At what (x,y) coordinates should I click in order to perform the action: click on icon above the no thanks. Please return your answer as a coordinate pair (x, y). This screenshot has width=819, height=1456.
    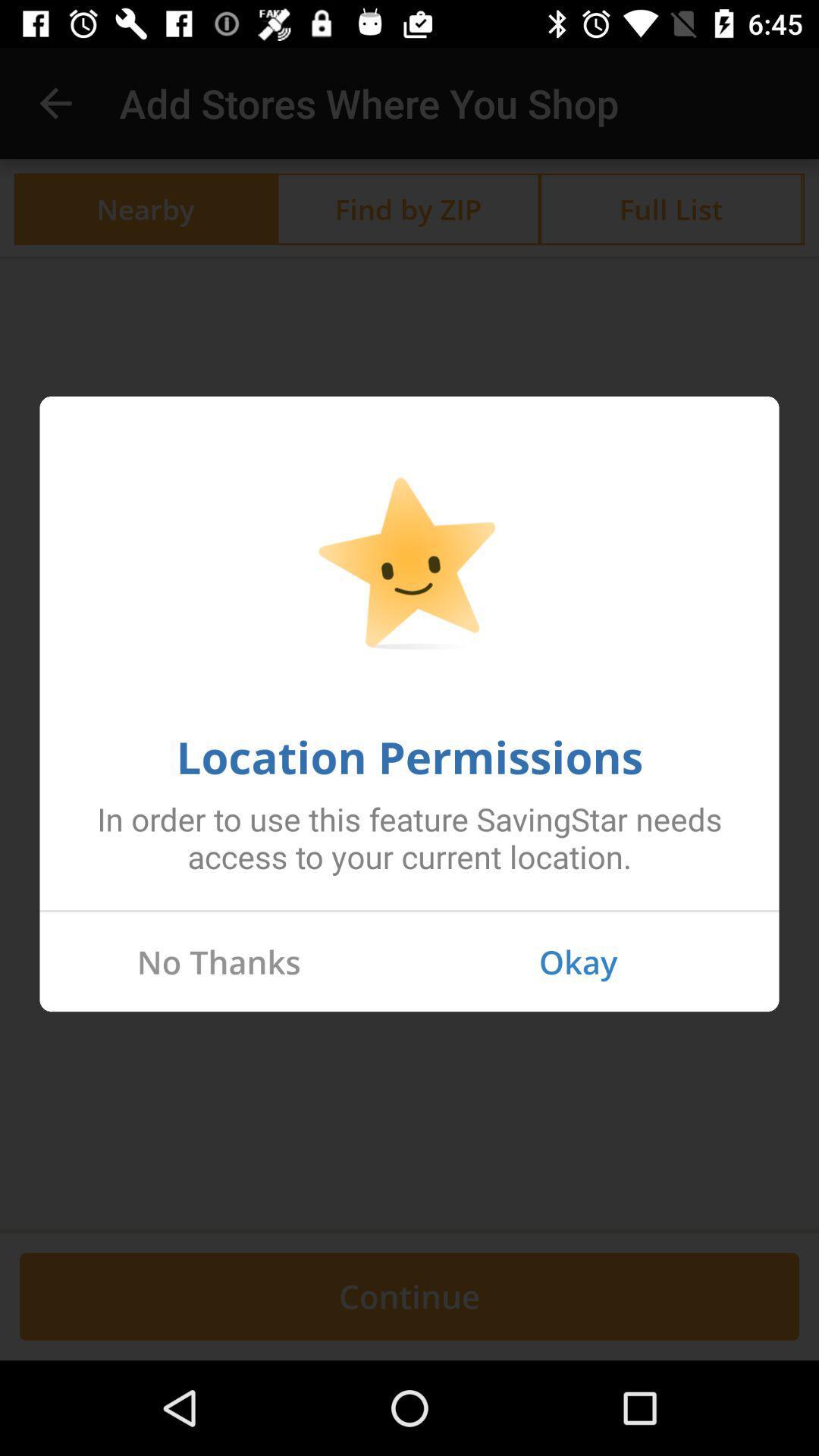
    Looking at the image, I should click on (409, 910).